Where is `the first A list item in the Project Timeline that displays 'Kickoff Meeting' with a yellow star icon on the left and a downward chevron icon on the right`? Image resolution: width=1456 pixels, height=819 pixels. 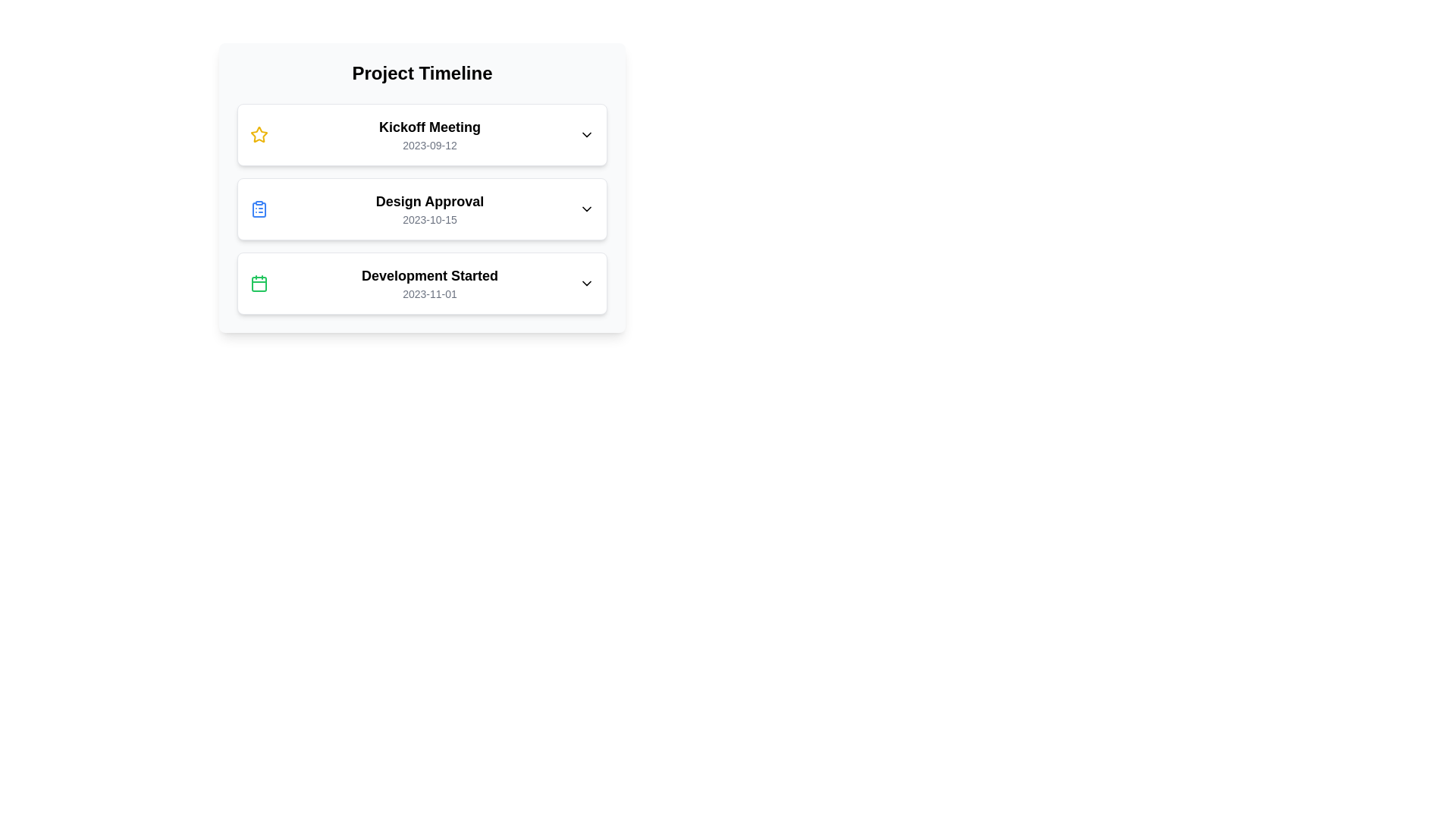
the first A list item in the Project Timeline that displays 'Kickoff Meeting' with a yellow star icon on the left and a downward chevron icon on the right is located at coordinates (422, 133).